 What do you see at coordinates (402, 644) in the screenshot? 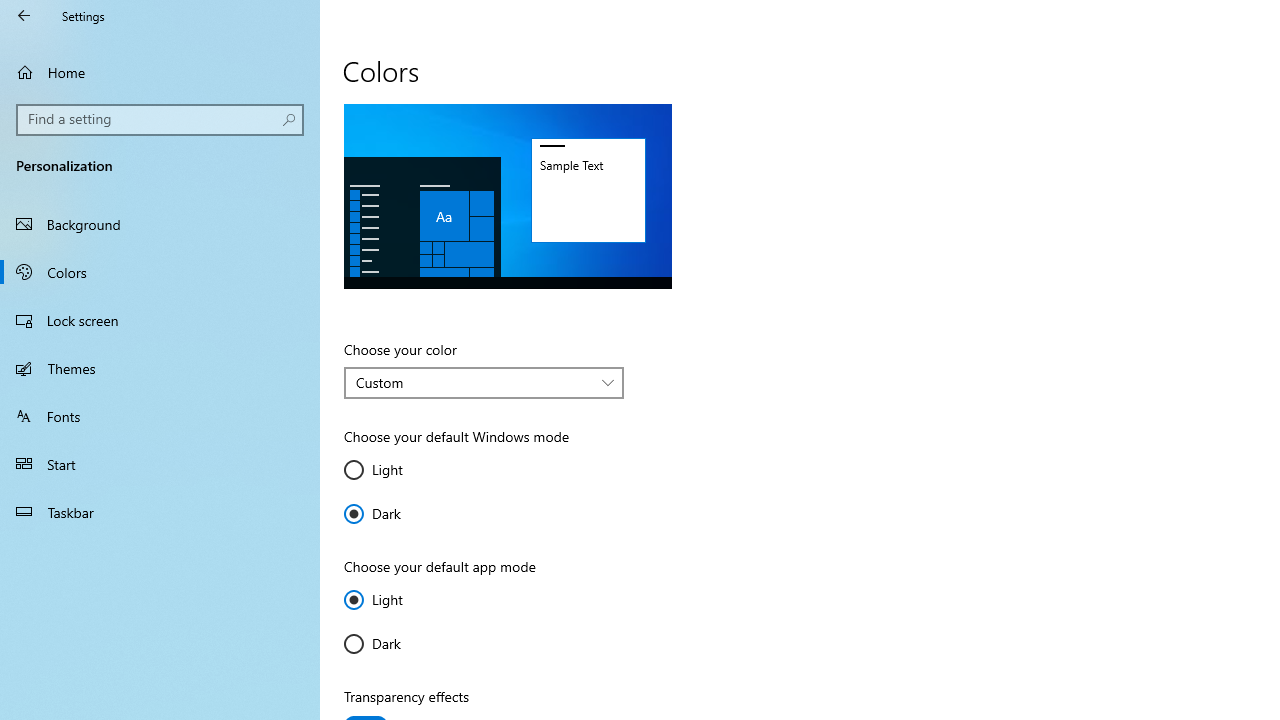
I see `'Dark'` at bounding box center [402, 644].